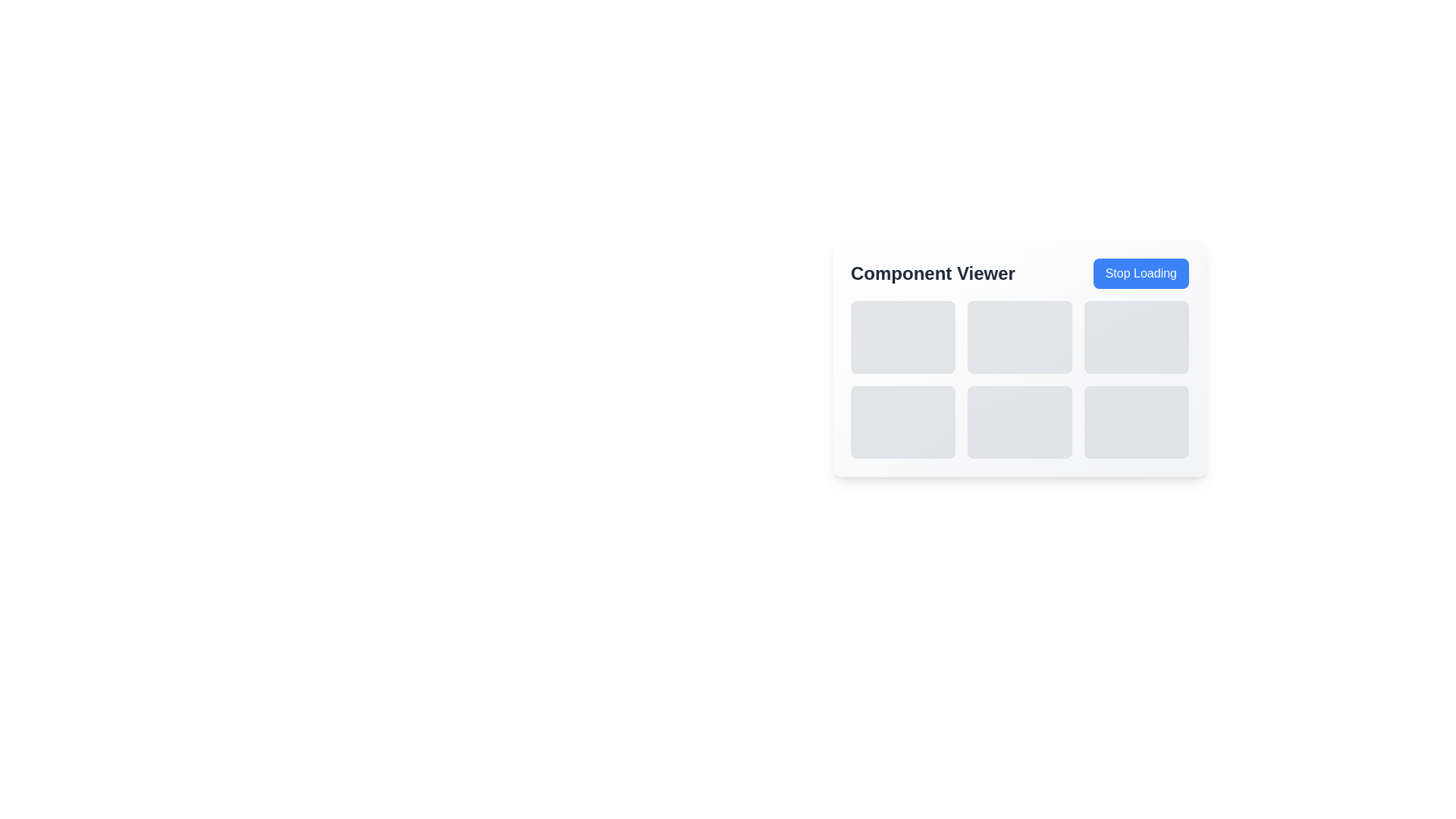  I want to click on the third placeholder in the first row of the grid layout, which visually represents a loading state for content that has not yet loaded, so click(1136, 336).